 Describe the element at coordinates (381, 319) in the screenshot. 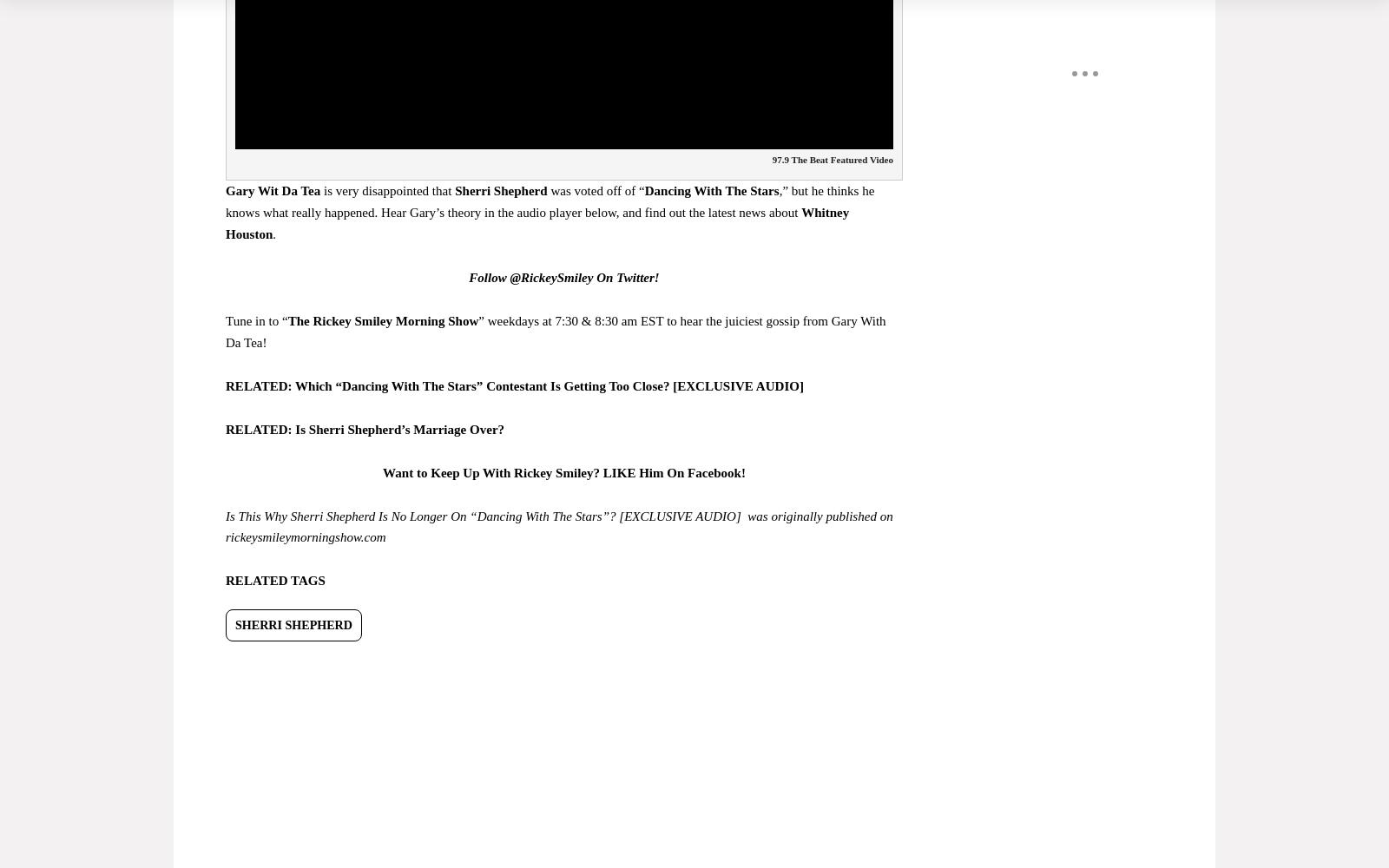

I see `'The Rickey Smiley Morning Show'` at that location.